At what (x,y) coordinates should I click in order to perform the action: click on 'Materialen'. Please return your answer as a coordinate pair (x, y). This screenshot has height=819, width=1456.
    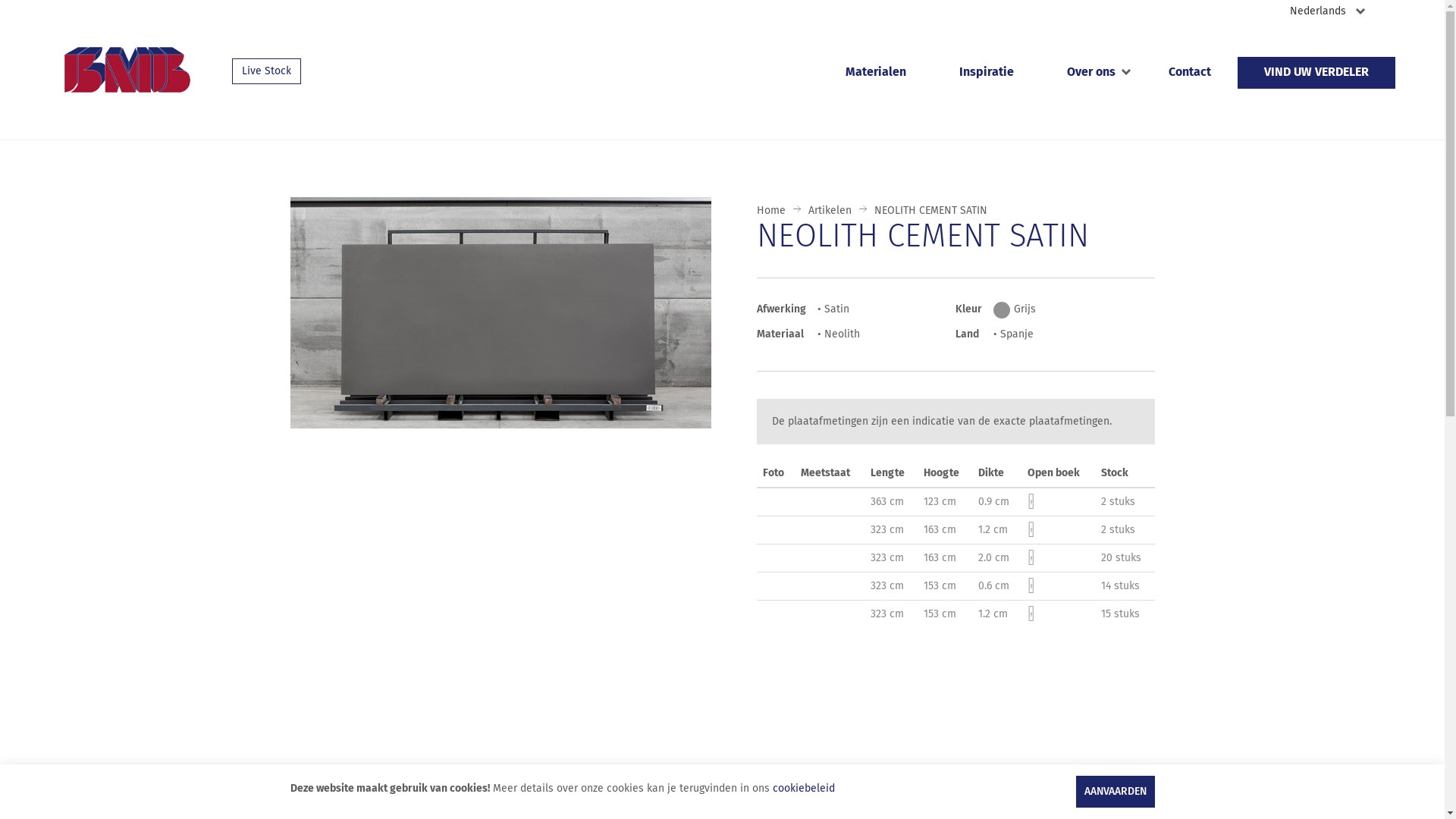
    Looking at the image, I should click on (876, 73).